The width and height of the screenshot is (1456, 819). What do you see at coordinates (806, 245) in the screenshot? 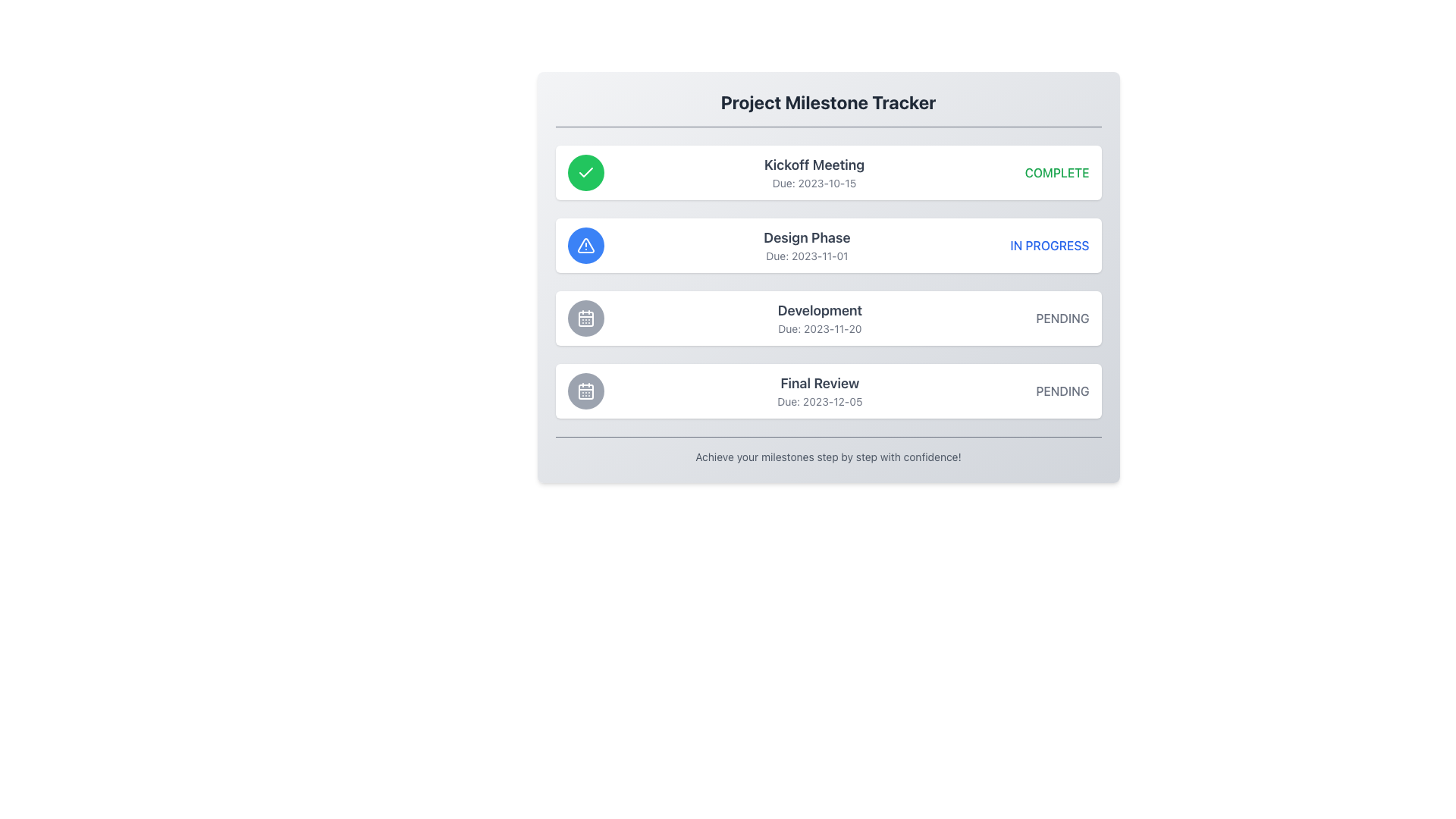
I see `milestone details displayed in the 'Design Phase' section of the Project Milestone Tracker, which is centrally located in the second row of the milestone list` at bounding box center [806, 245].